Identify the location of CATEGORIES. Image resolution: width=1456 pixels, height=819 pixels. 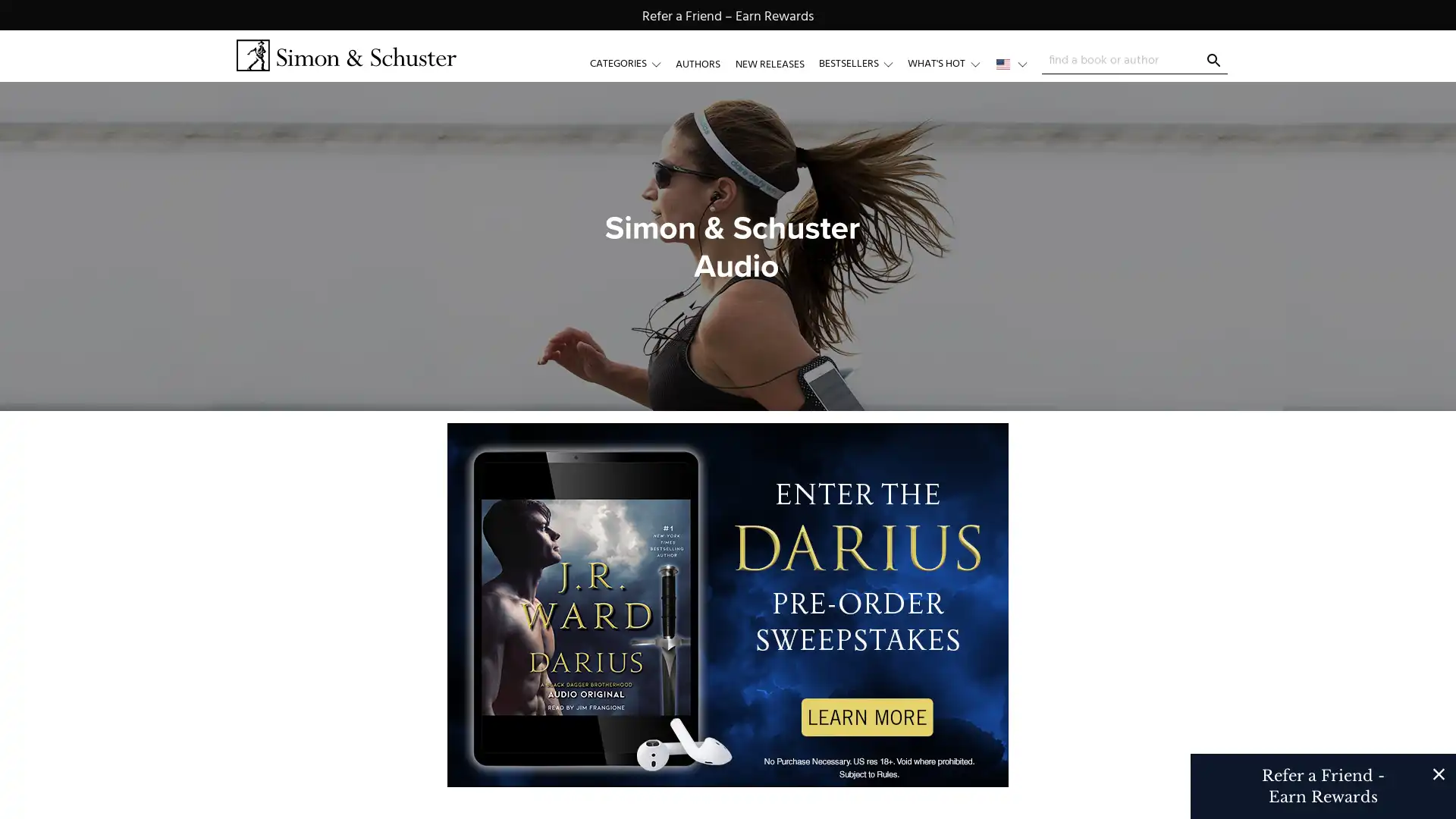
(632, 63).